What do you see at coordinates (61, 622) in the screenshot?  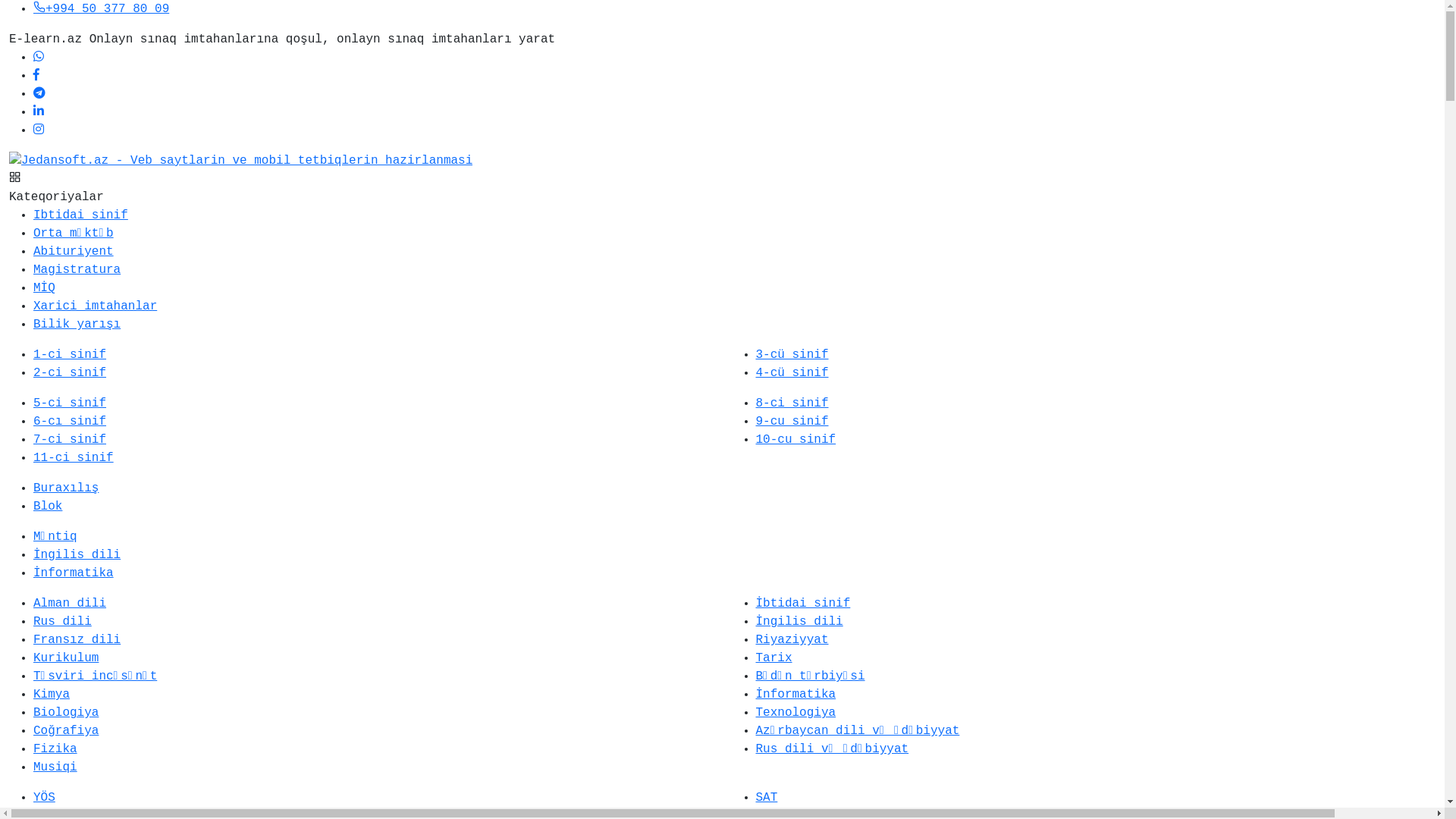 I see `'Rus dili'` at bounding box center [61, 622].